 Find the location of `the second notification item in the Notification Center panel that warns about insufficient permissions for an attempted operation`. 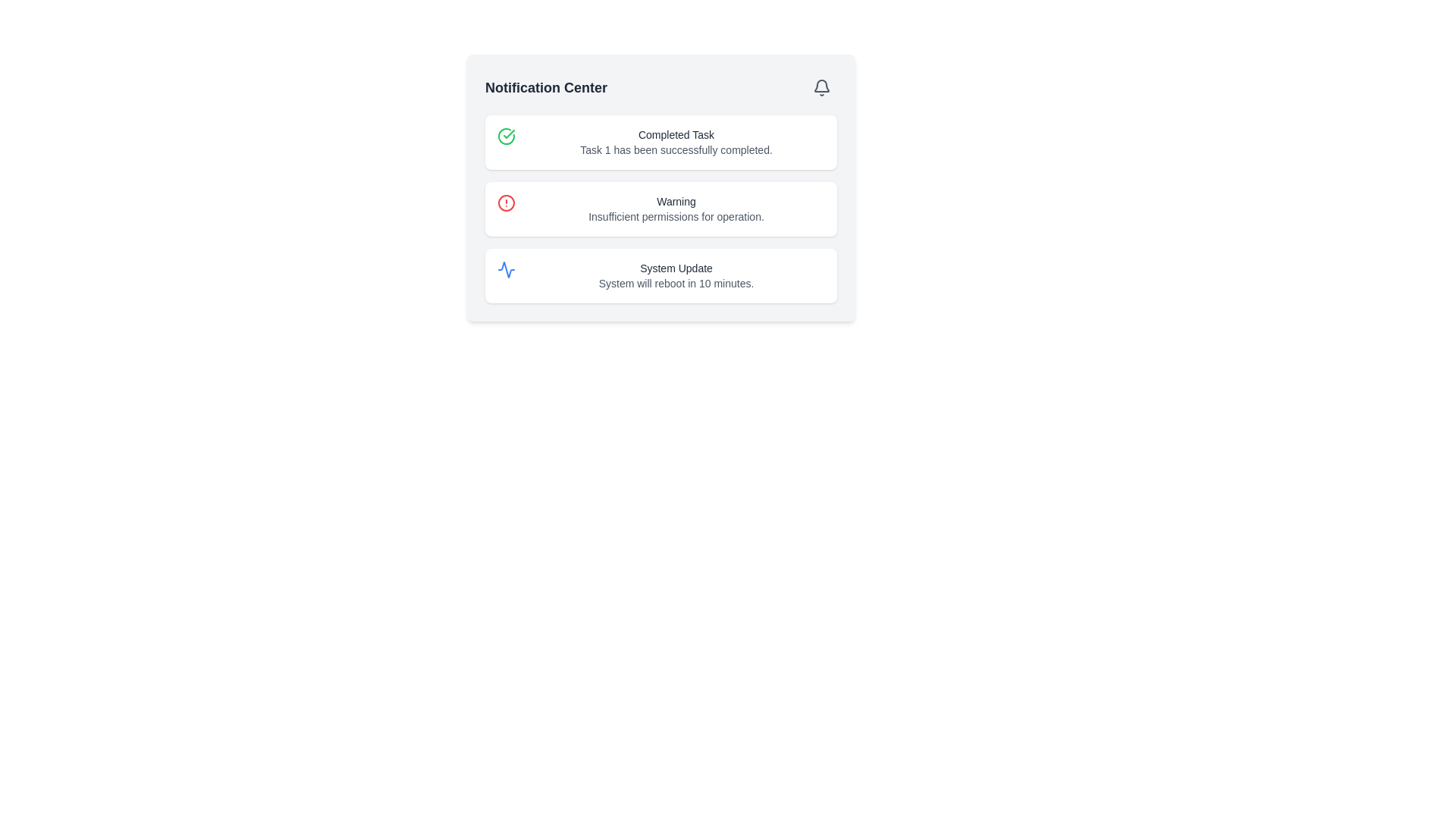

the second notification item in the Notification Center panel that warns about insufficient permissions for an attempted operation is located at coordinates (676, 209).